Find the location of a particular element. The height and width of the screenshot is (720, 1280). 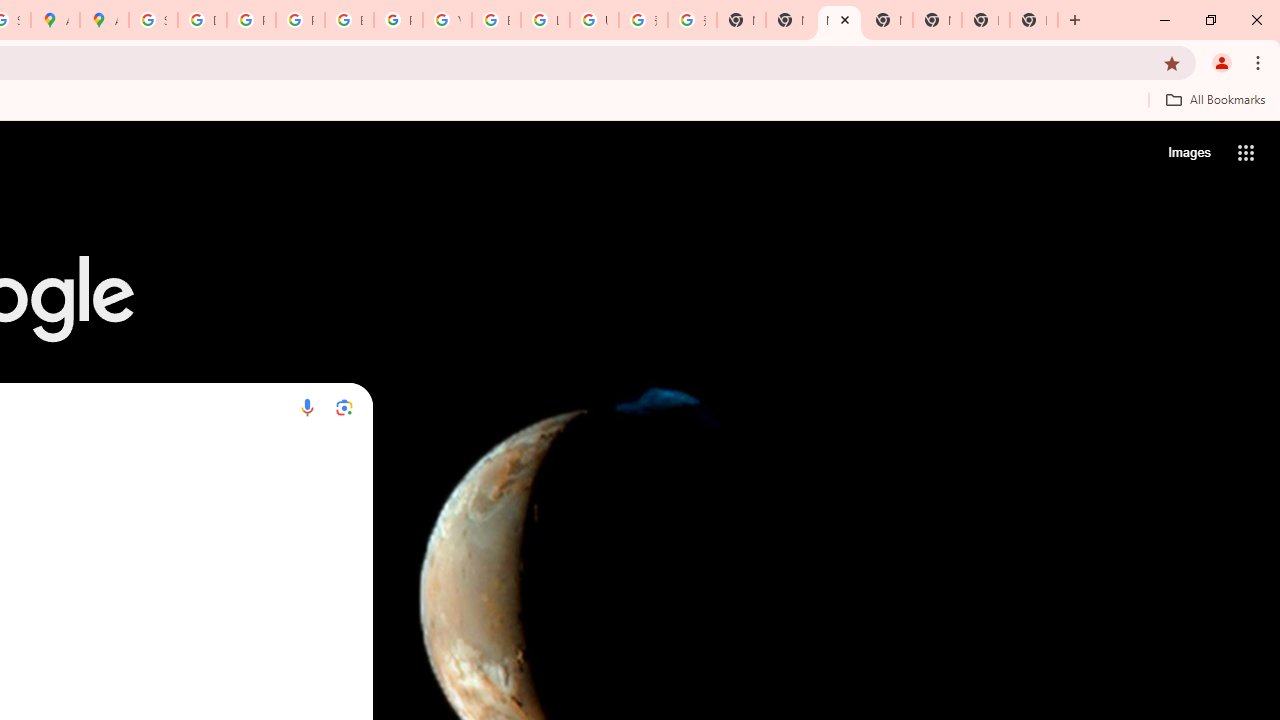

'Search by image' is located at coordinates (344, 406).